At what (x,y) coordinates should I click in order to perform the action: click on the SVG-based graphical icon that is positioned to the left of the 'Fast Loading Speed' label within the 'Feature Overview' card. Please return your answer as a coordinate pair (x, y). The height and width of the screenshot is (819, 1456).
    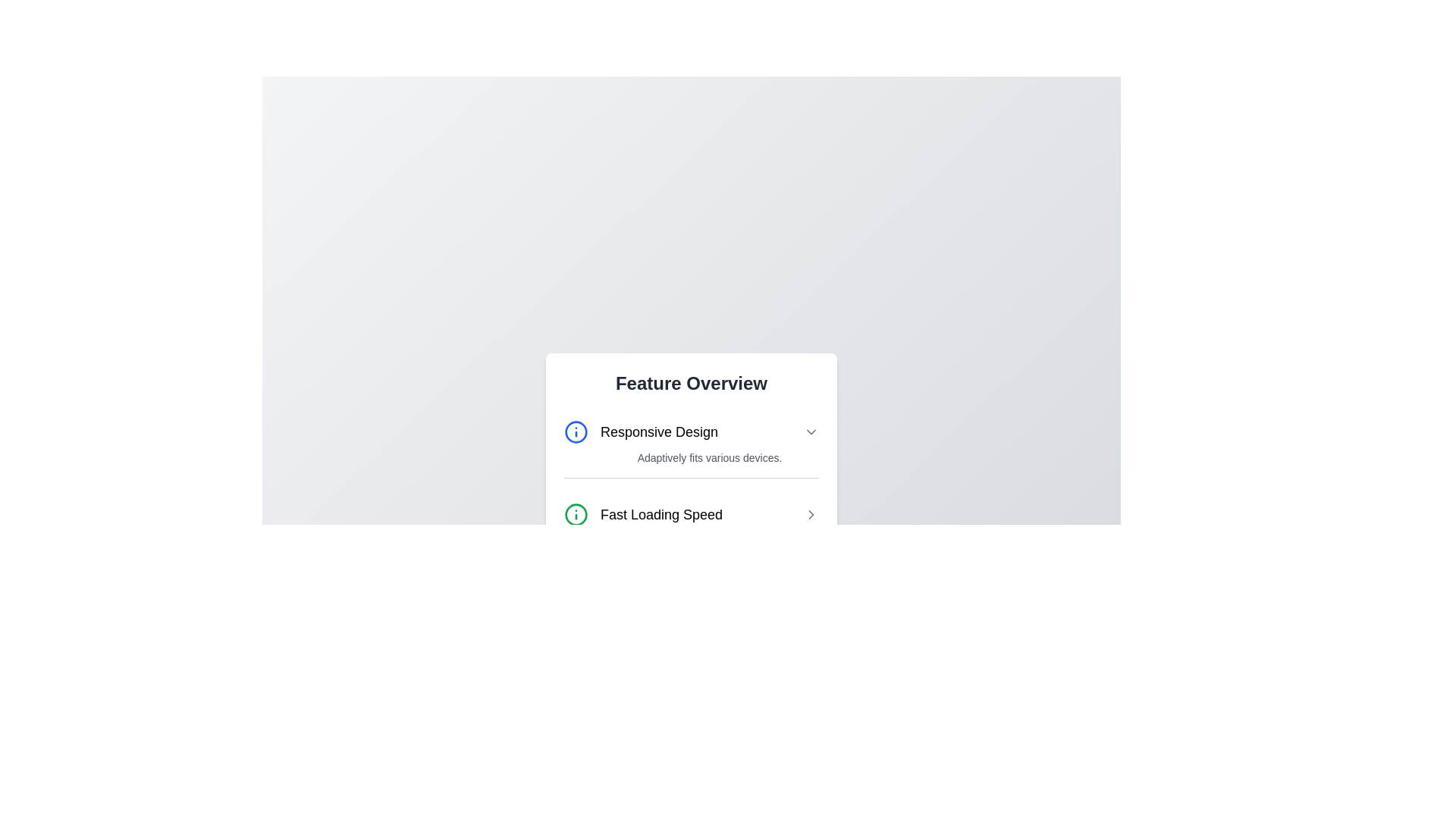
    Looking at the image, I should click on (575, 513).